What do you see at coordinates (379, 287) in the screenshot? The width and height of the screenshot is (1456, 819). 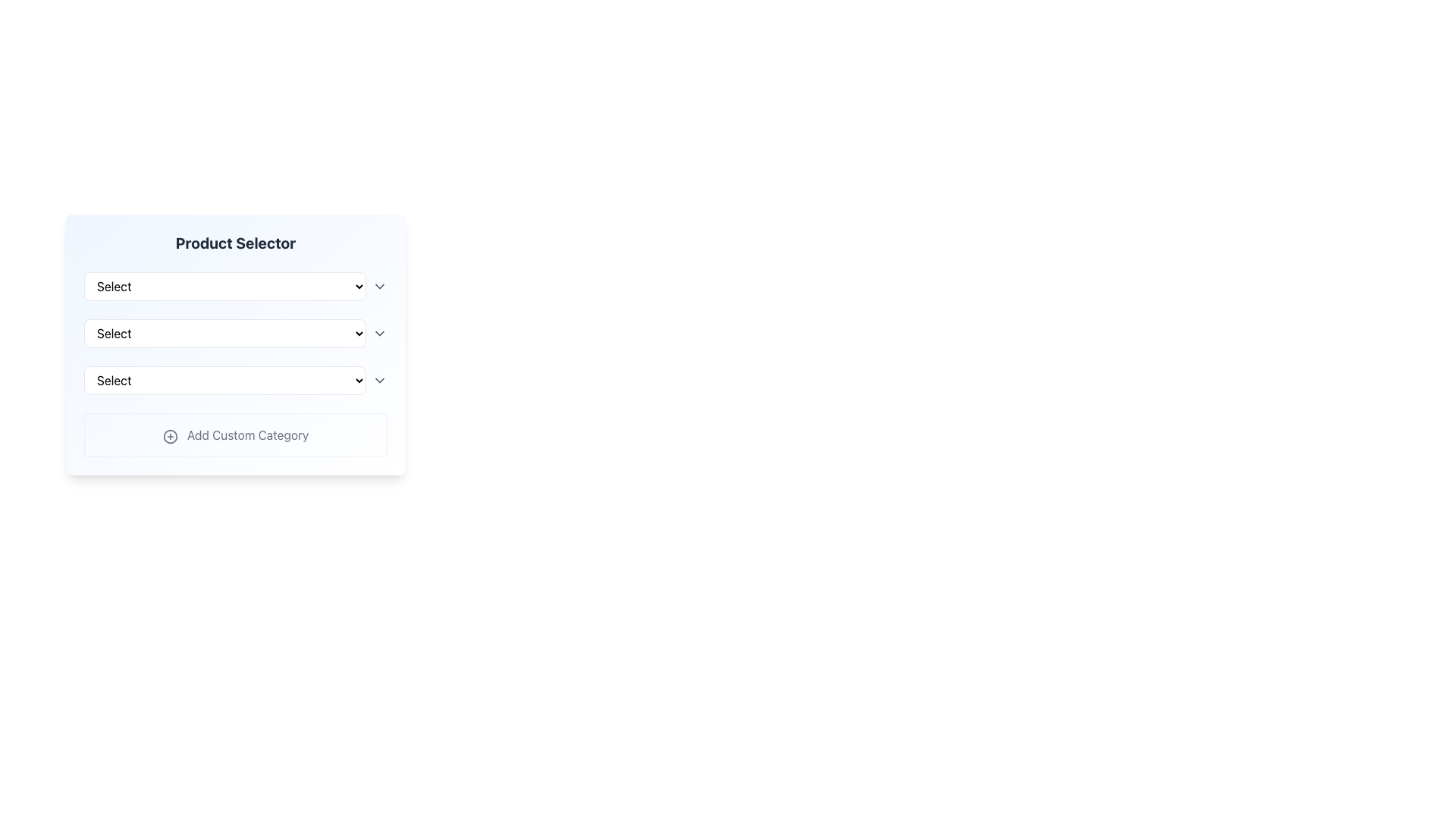 I see `the downward-pointing chevron icon located at the right edge of the input field` at bounding box center [379, 287].